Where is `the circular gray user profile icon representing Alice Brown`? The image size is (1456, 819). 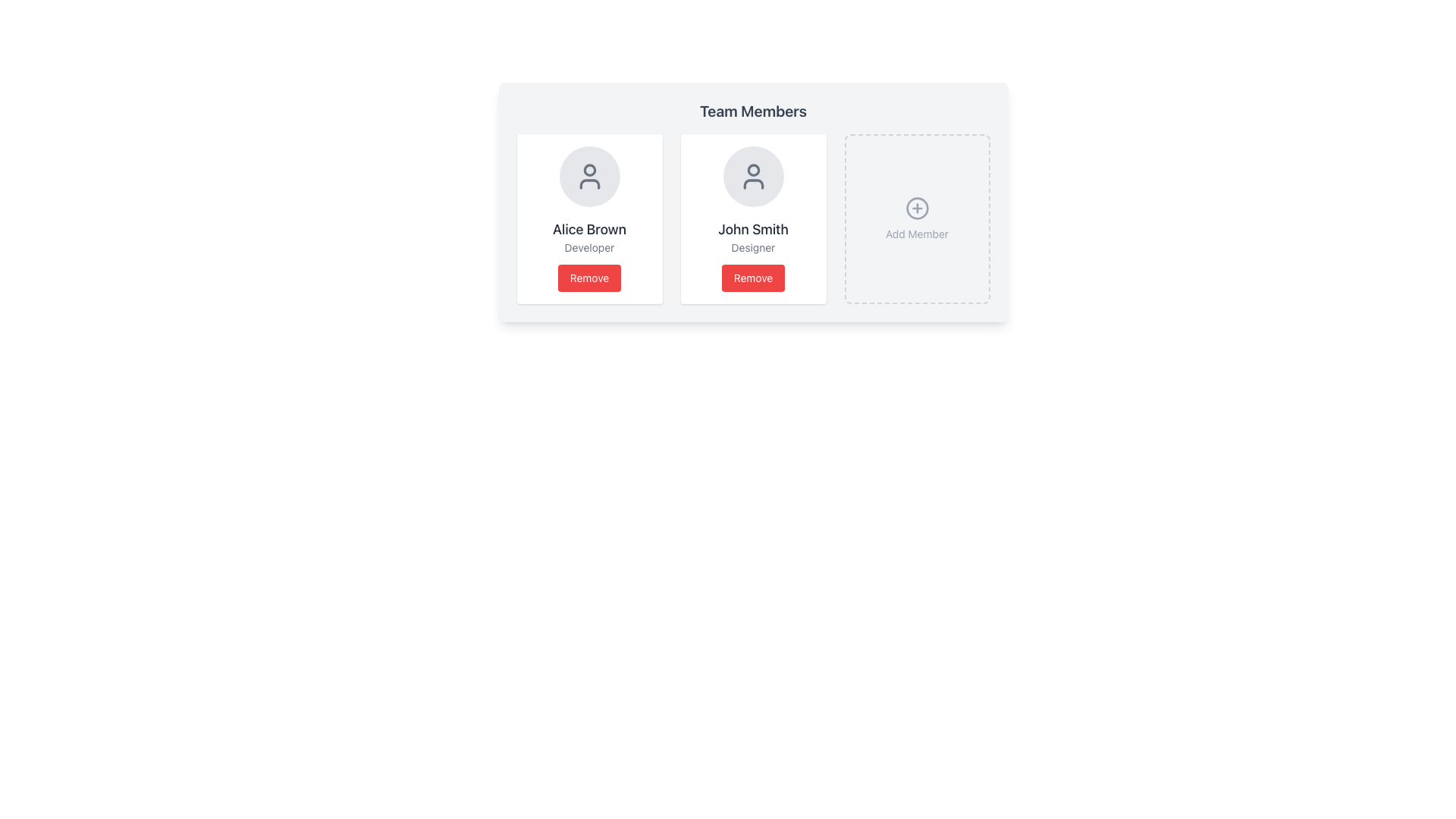 the circular gray user profile icon representing Alice Brown is located at coordinates (588, 175).